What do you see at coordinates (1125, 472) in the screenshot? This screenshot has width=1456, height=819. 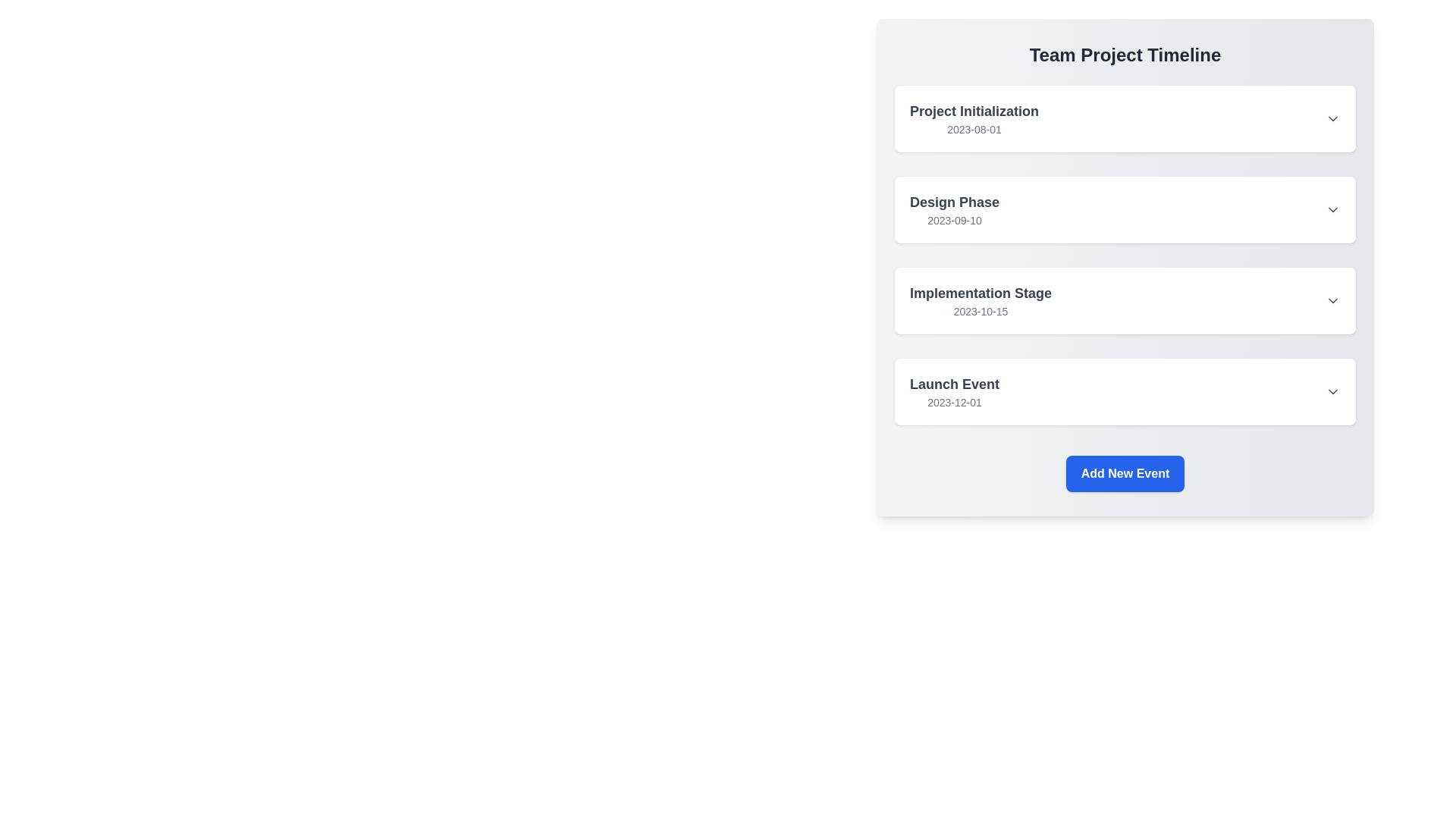 I see `the blue button labeled 'Add New Event'` at bounding box center [1125, 472].